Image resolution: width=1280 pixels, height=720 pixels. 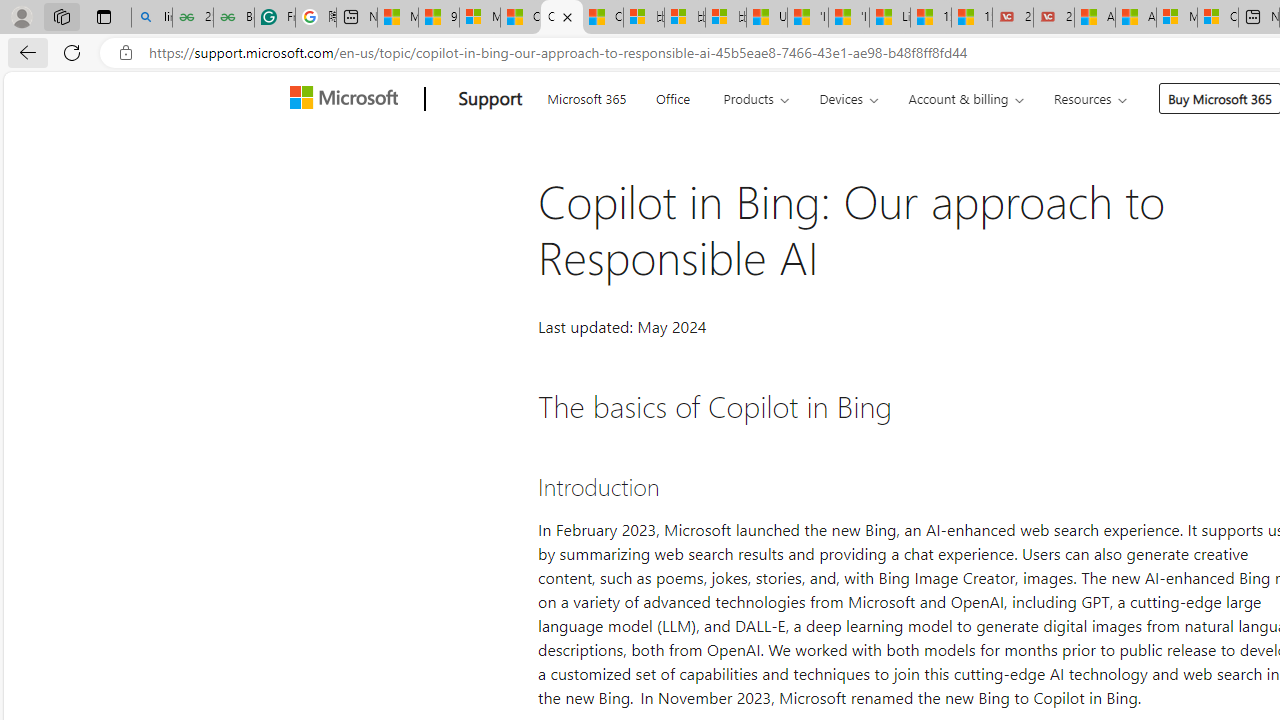 I want to click on 'linux basic - Search', so click(x=150, y=17).